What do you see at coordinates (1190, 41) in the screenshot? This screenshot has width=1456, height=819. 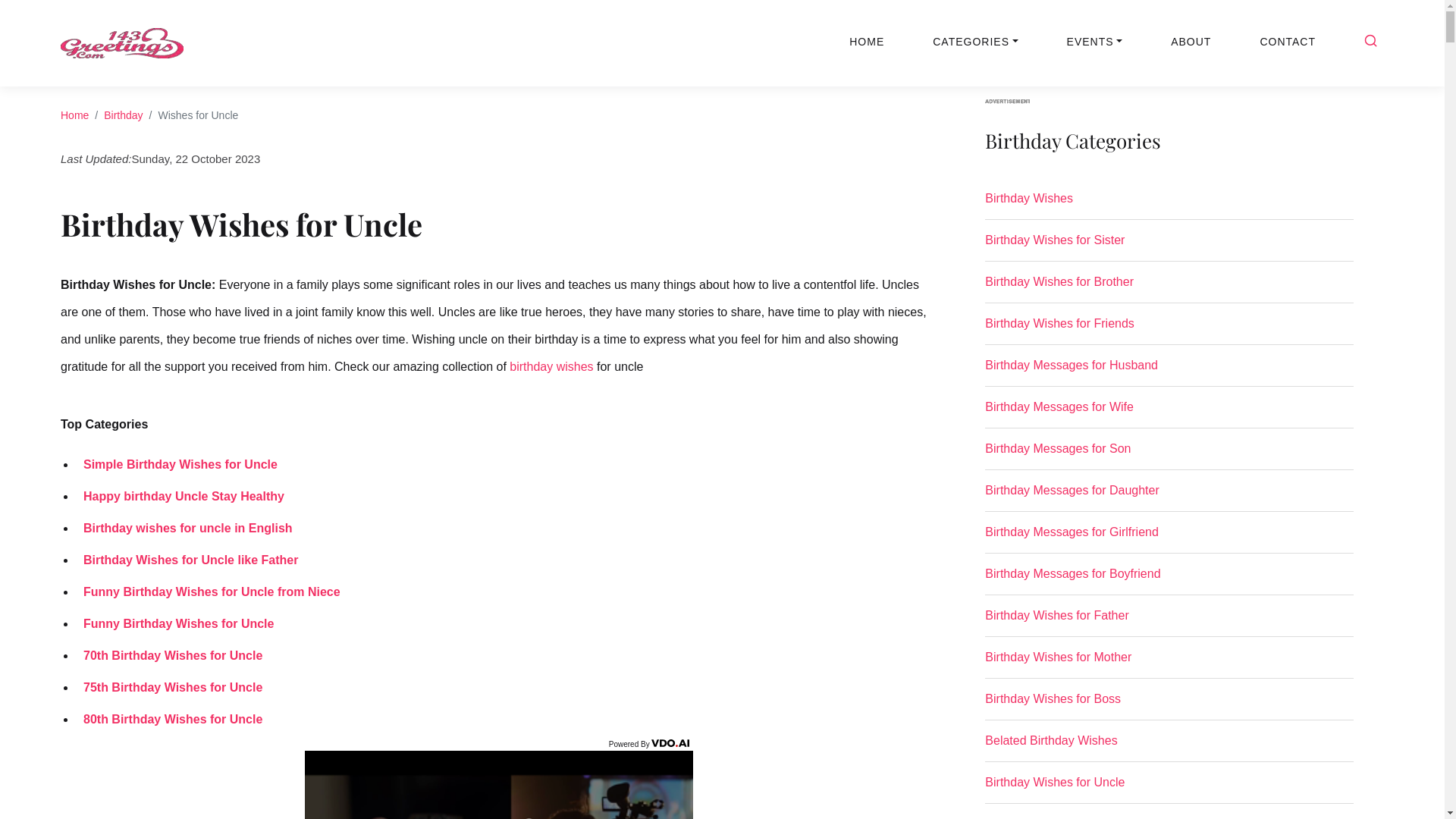 I see `'ABOUT'` at bounding box center [1190, 41].